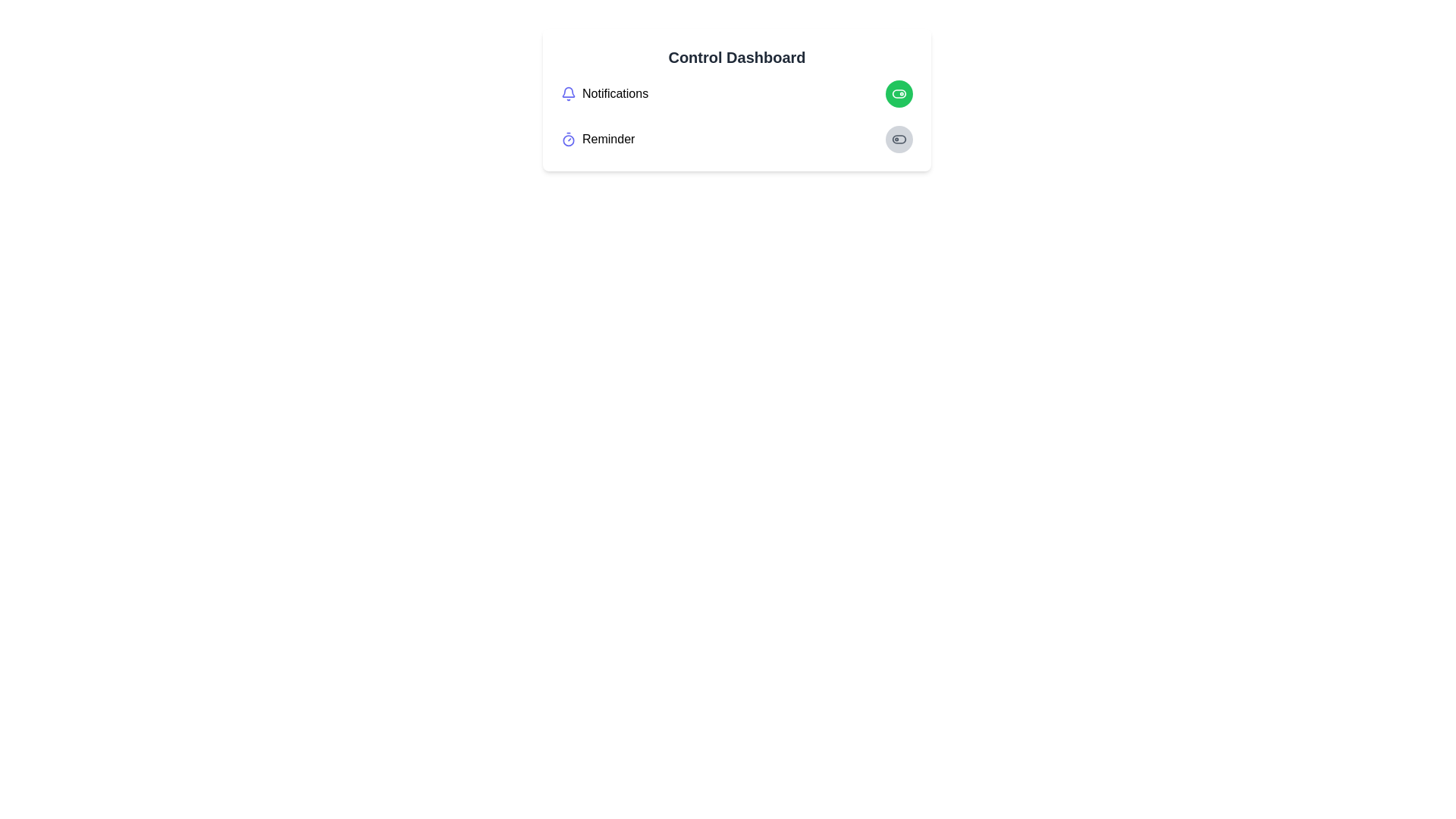  What do you see at coordinates (597, 140) in the screenshot?
I see `the 'Reminder' text and timer icon element located in the second row of the 'Control Dashboard', positioned below 'Notifications', for keyboard interaction` at bounding box center [597, 140].